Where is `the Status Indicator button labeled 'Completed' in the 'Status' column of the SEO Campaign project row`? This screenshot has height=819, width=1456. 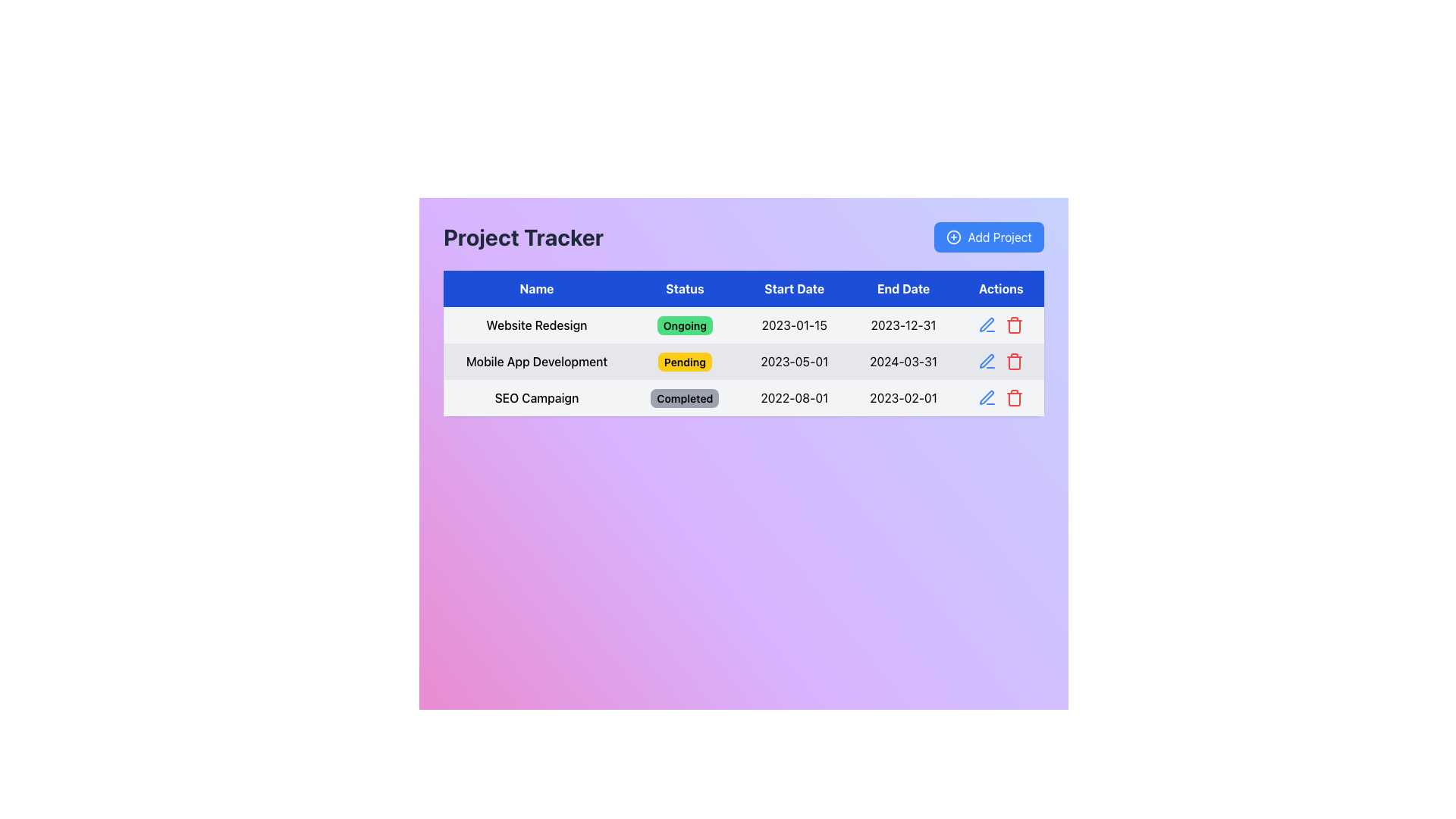 the Status Indicator button labeled 'Completed' in the 'Status' column of the SEO Campaign project row is located at coordinates (684, 397).